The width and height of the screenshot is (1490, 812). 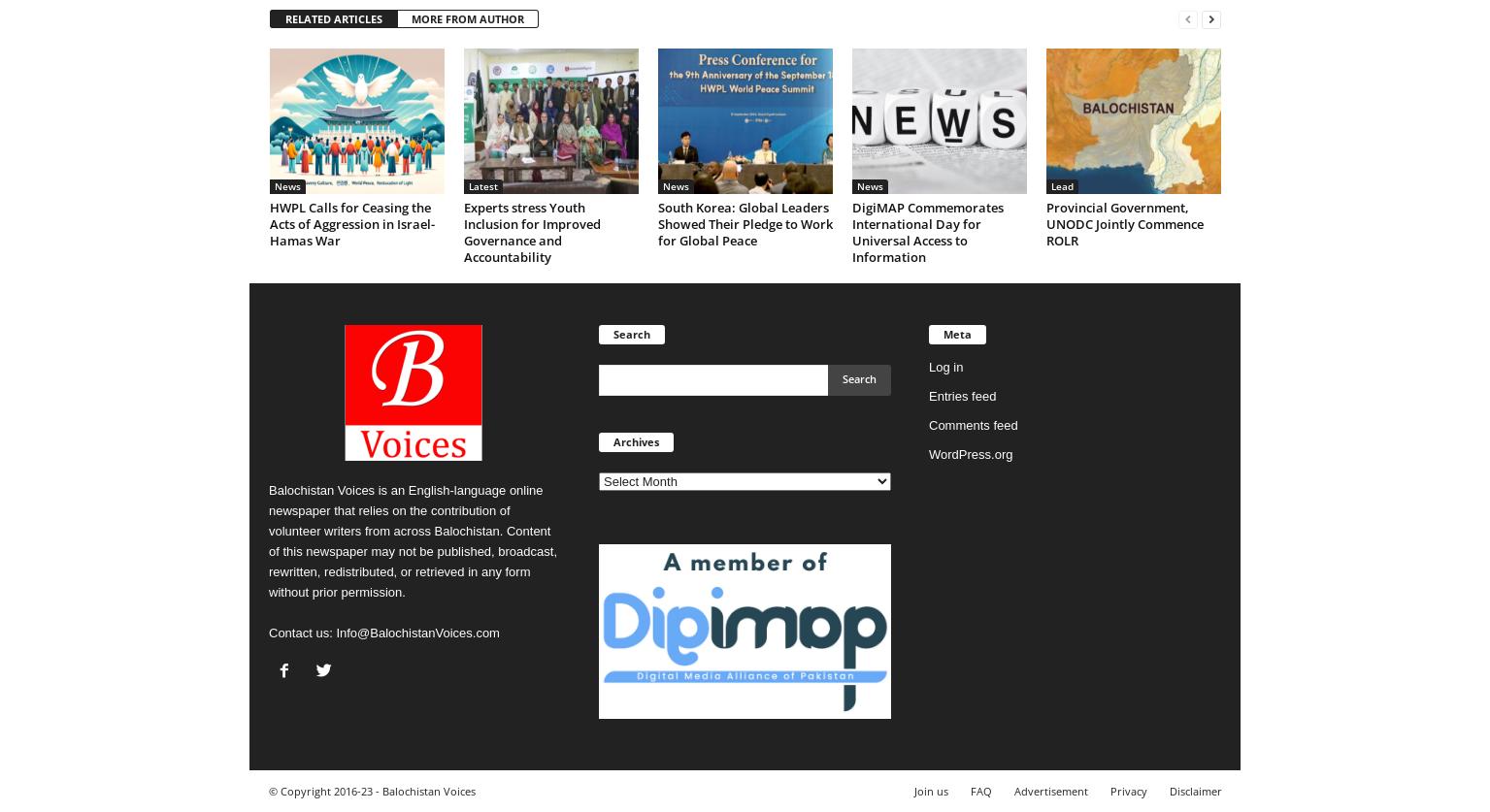 I want to click on 'Info@BalochistanVoices.com', so click(x=416, y=633).